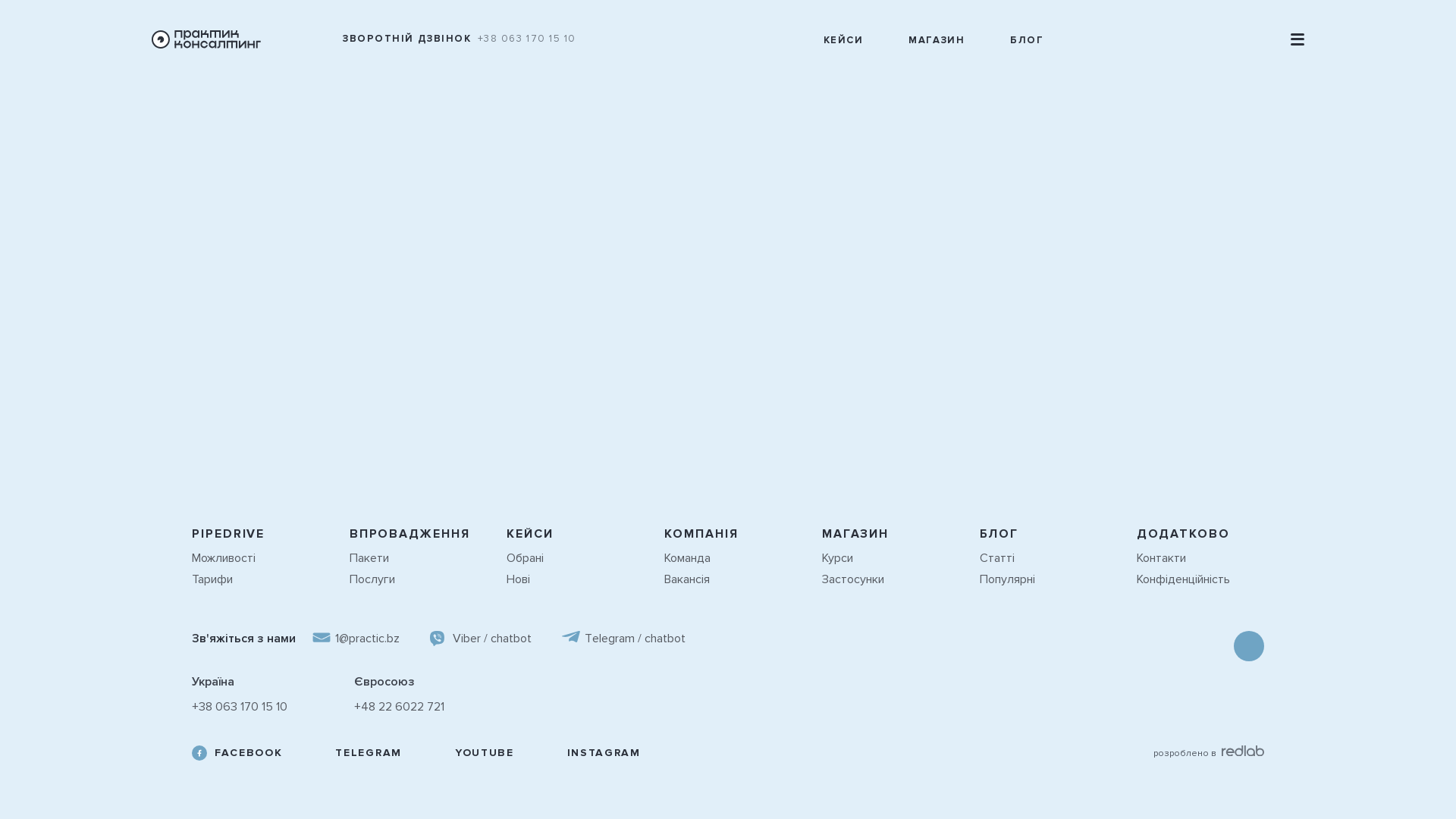  What do you see at coordinates (191, 533) in the screenshot?
I see `'PIPEDRIVE'` at bounding box center [191, 533].